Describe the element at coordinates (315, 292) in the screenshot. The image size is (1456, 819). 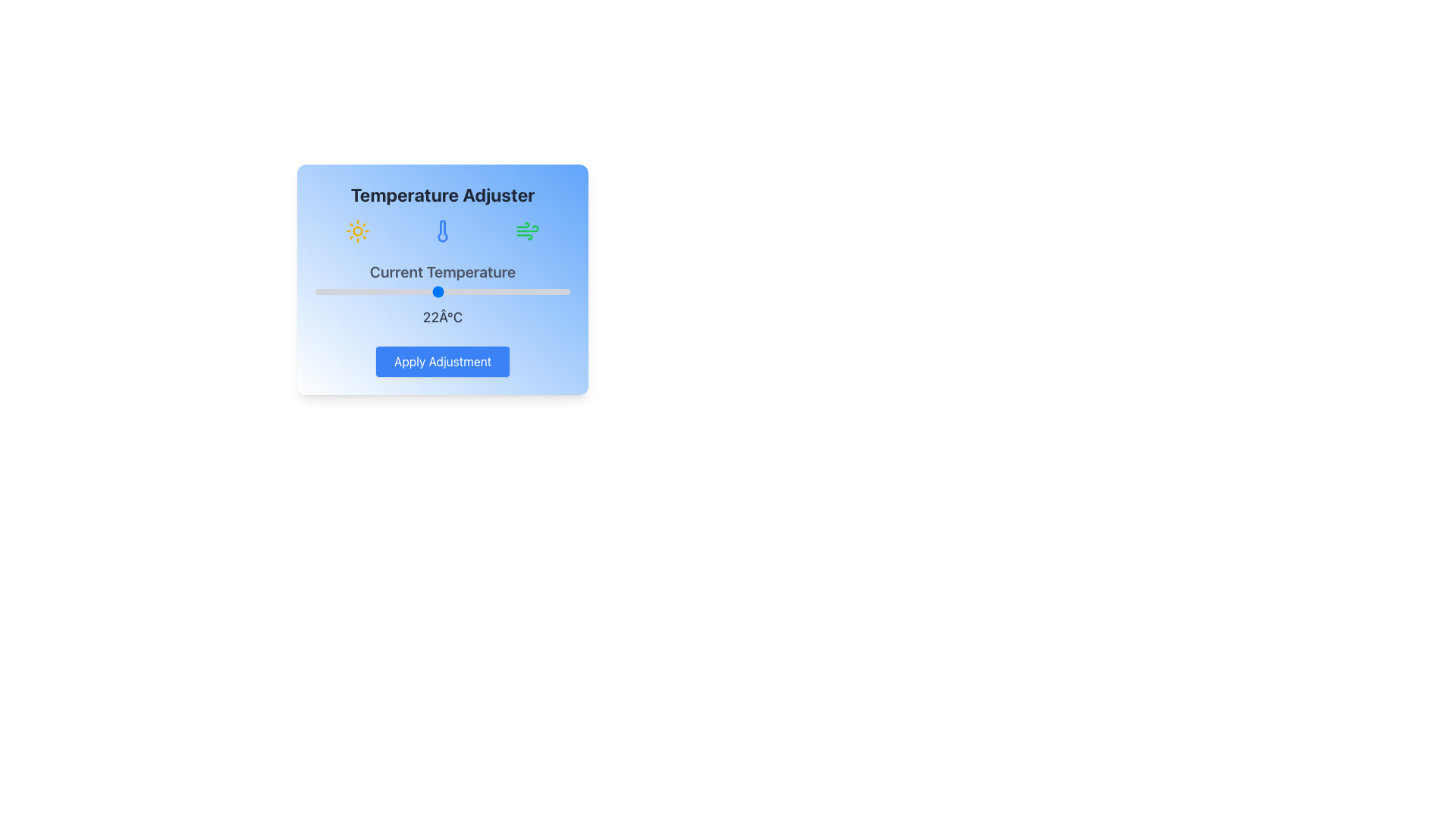
I see `the temperature` at that location.